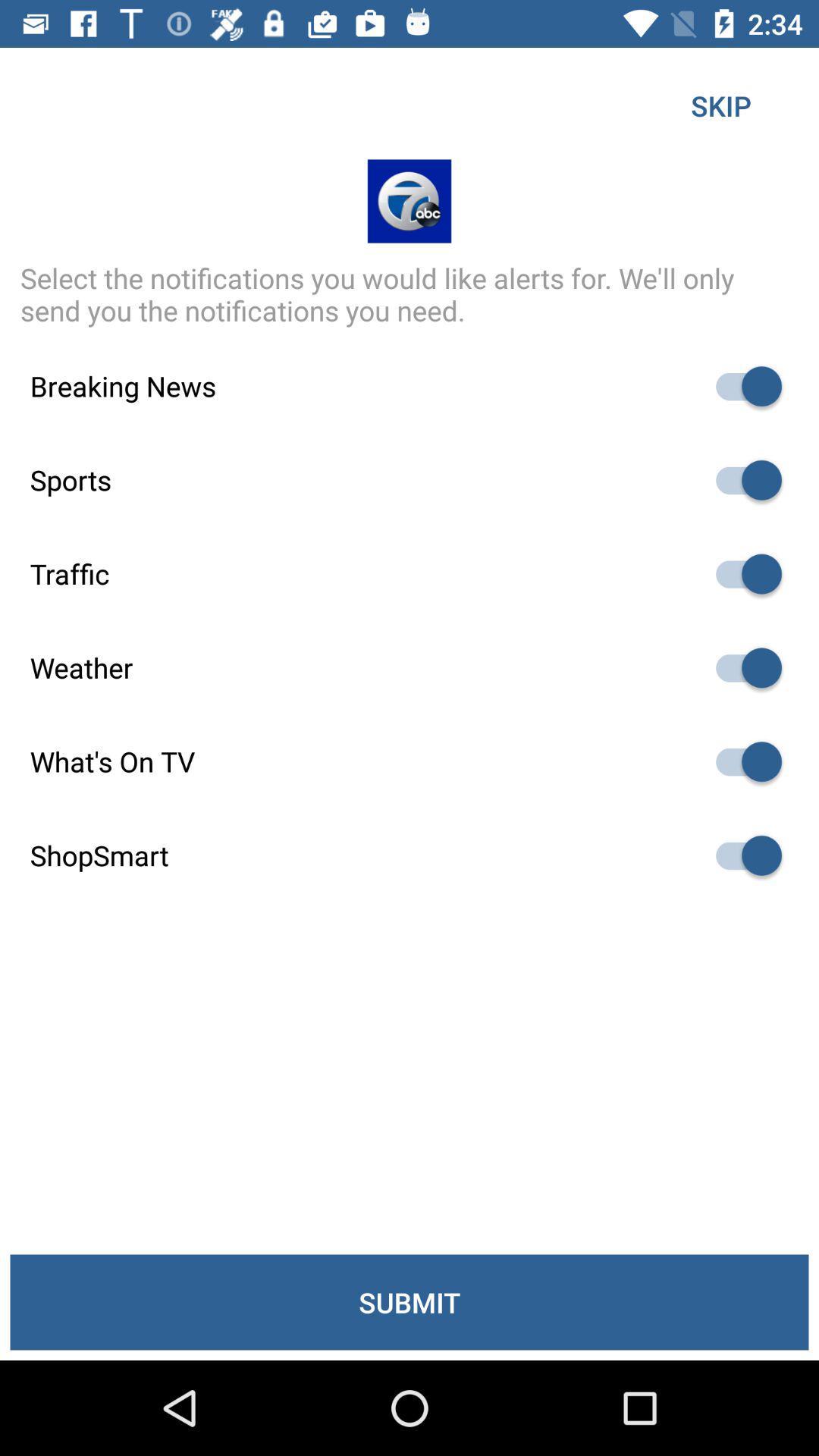 The width and height of the screenshot is (819, 1456). I want to click on traffic option, so click(741, 573).